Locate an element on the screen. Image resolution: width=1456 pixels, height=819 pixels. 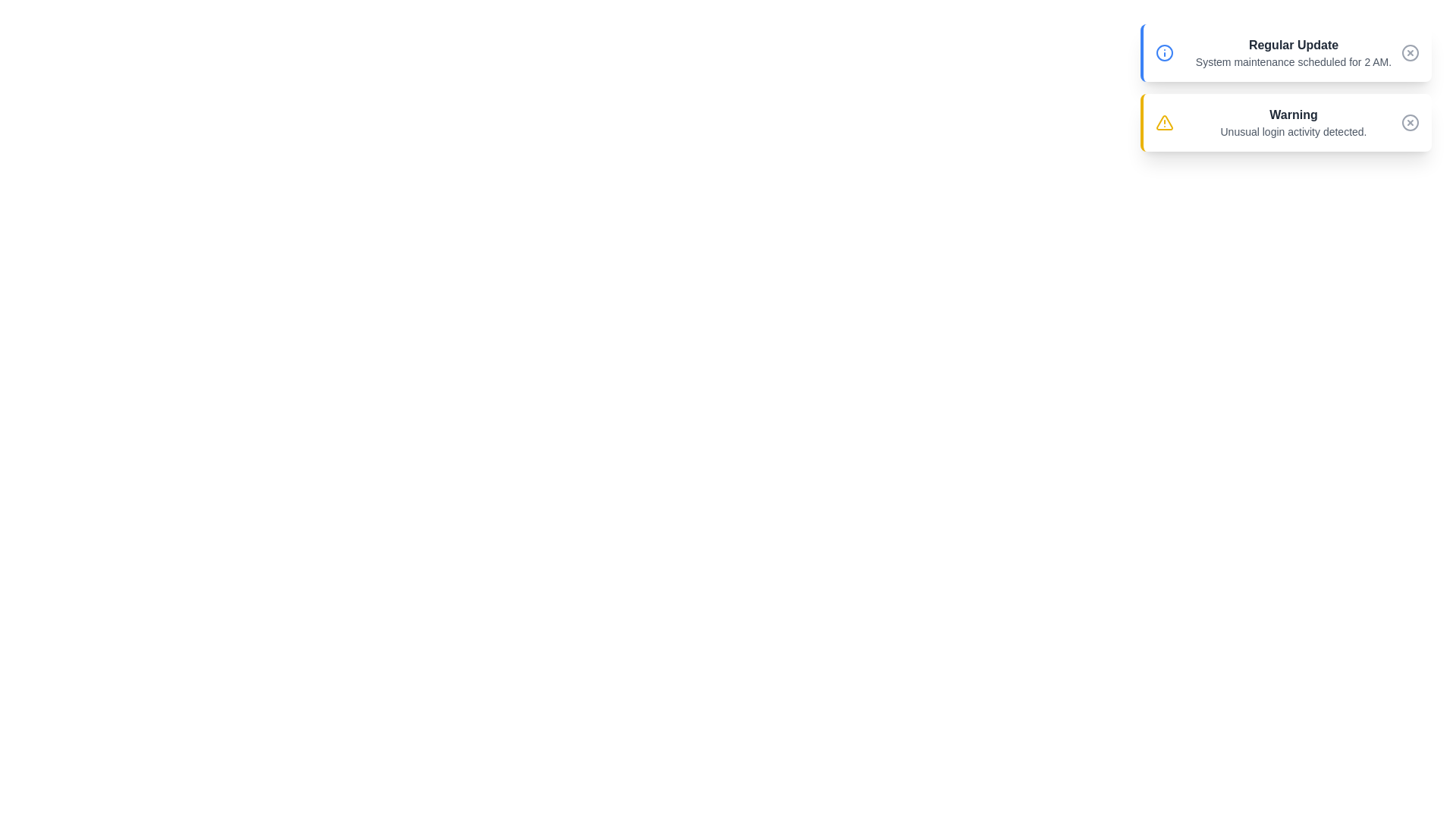
dismiss button for the notification titled Warning is located at coordinates (1410, 122).